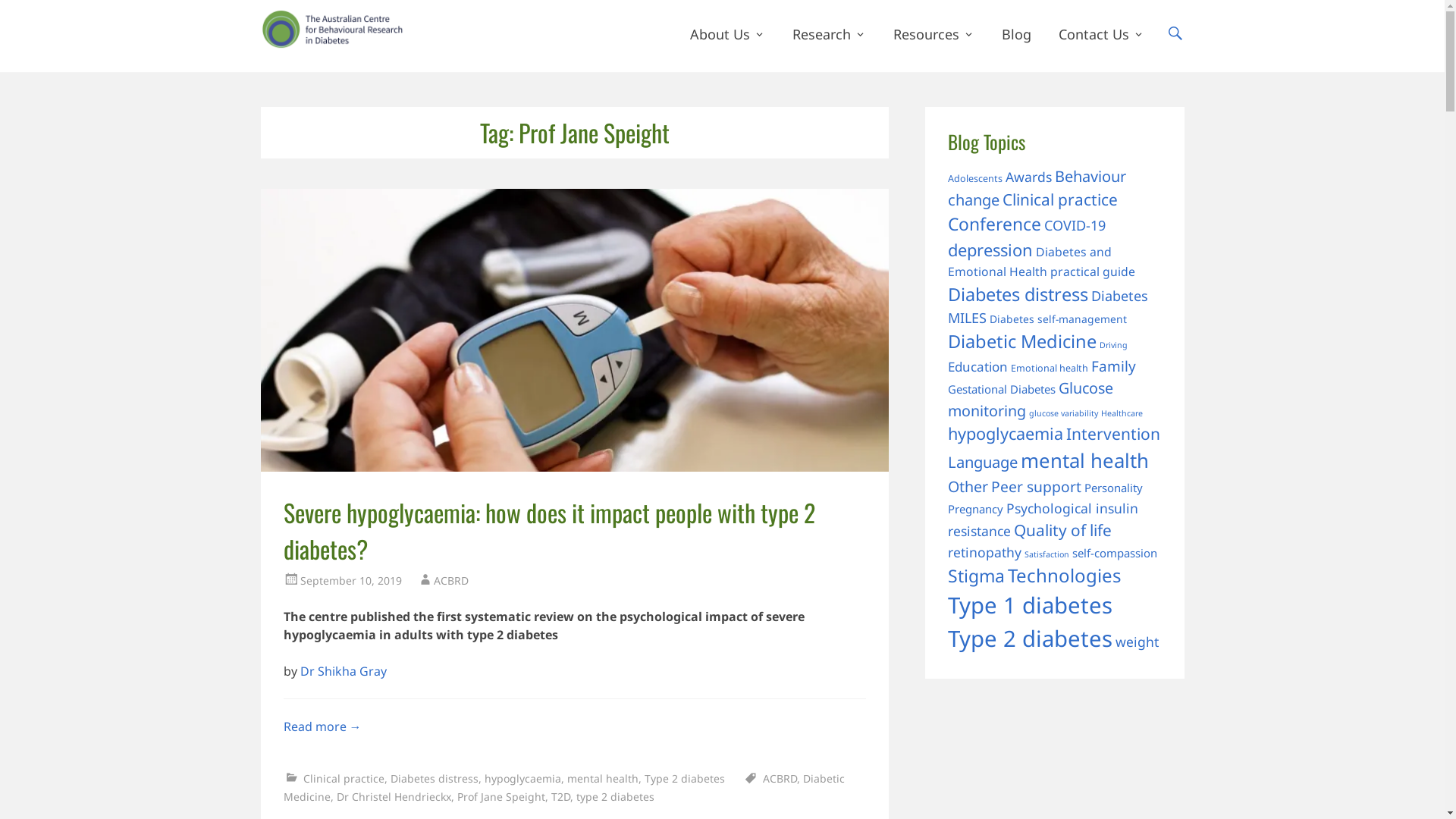 The width and height of the screenshot is (1456, 819). What do you see at coordinates (946, 388) in the screenshot?
I see `'Gestational Diabetes'` at bounding box center [946, 388].